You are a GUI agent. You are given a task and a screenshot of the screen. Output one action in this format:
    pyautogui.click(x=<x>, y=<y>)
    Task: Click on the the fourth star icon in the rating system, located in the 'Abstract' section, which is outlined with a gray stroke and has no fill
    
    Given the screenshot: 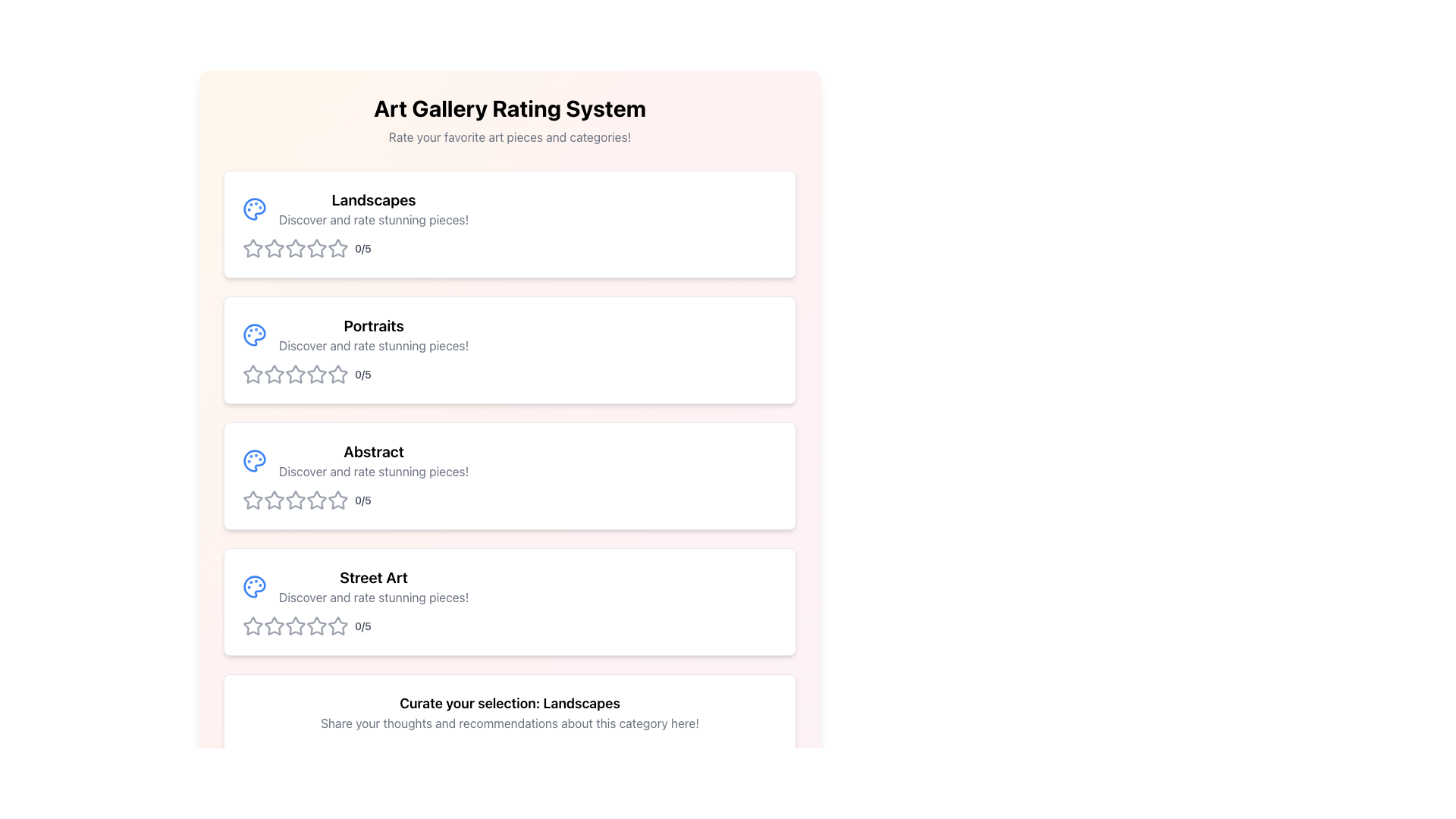 What is the action you would take?
    pyautogui.click(x=315, y=500)
    